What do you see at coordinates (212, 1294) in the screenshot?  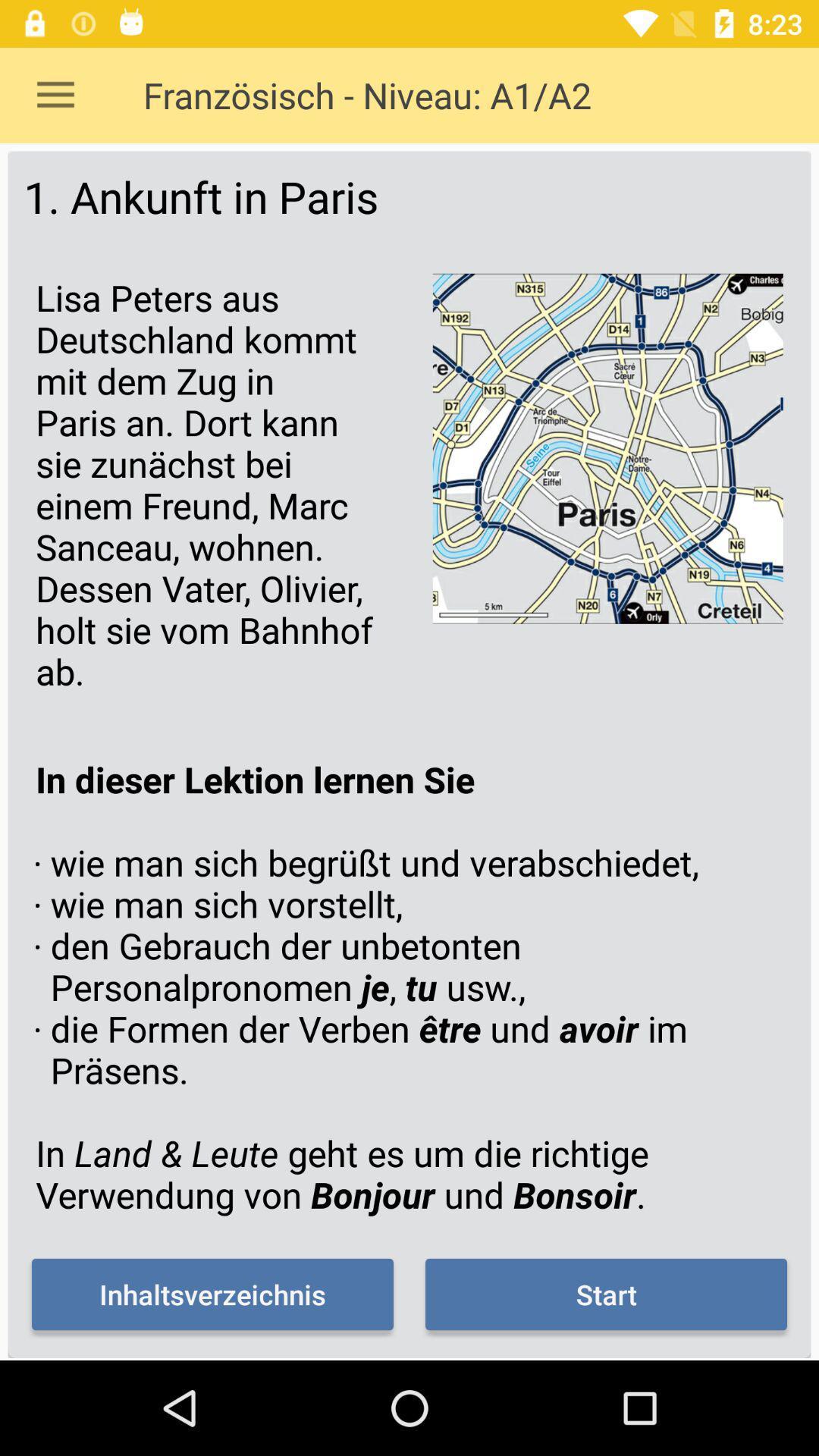 I see `the icon below the in dieser lektion` at bounding box center [212, 1294].